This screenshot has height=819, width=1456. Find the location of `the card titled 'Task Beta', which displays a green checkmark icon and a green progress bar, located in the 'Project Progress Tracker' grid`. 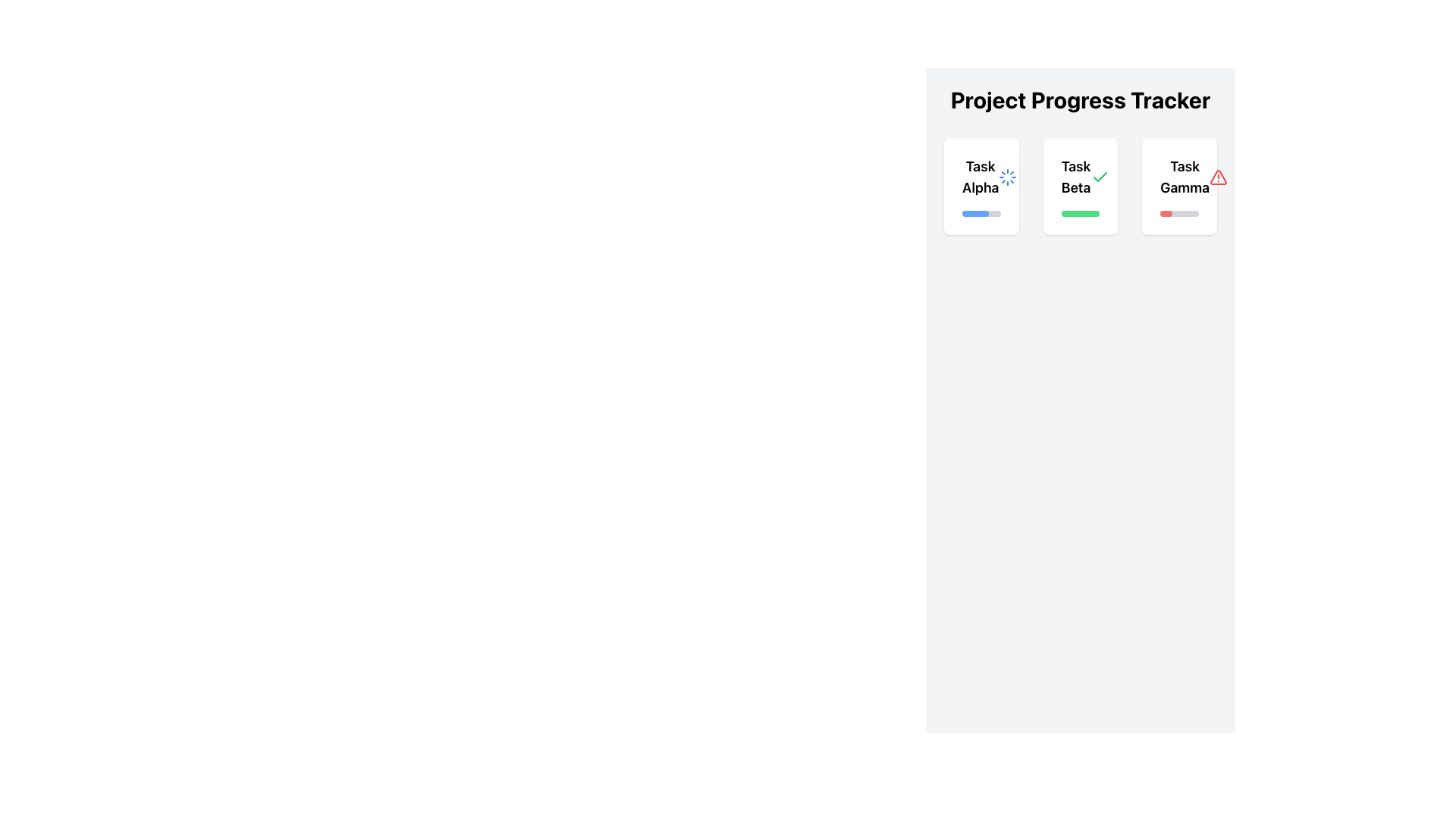

the card titled 'Task Beta', which displays a green checkmark icon and a green progress bar, located in the 'Project Progress Tracker' grid is located at coordinates (1080, 186).